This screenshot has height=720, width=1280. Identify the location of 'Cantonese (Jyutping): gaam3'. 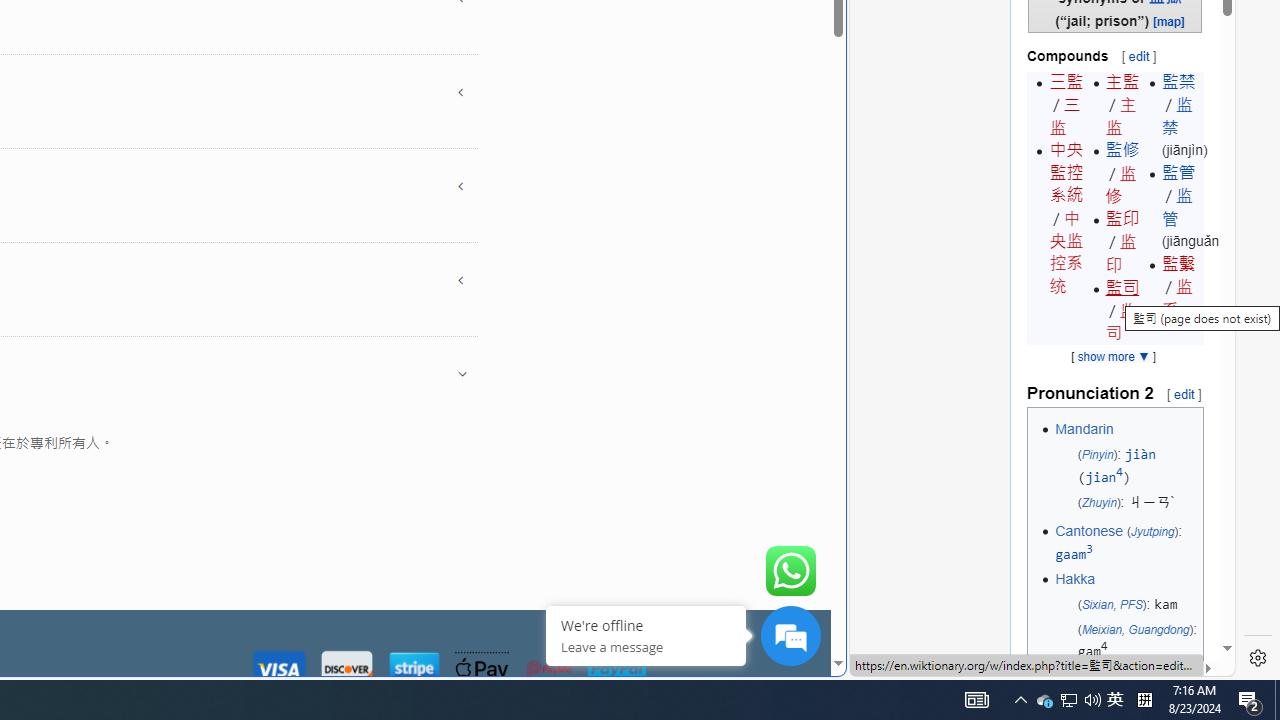
(1126, 543).